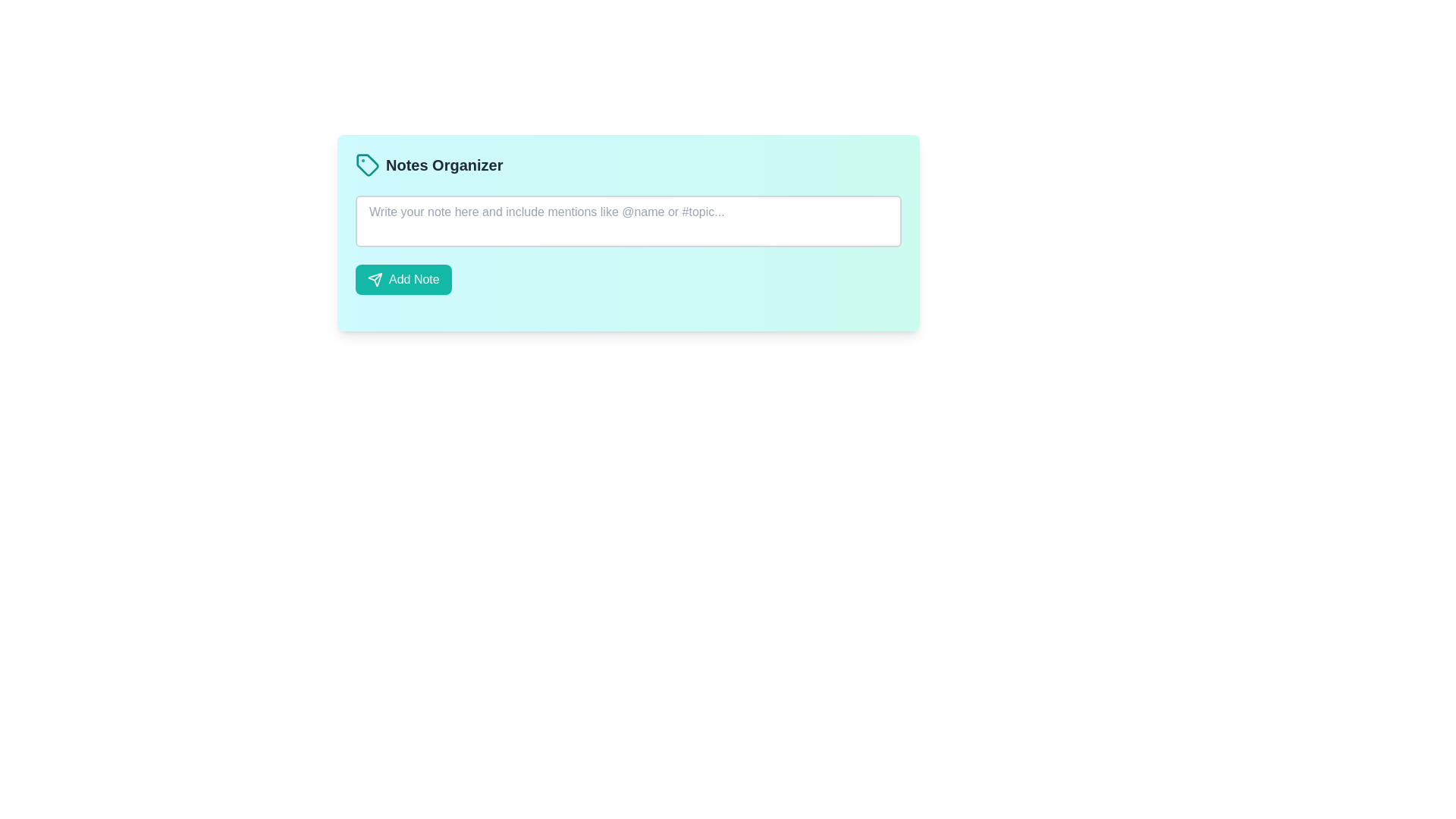  I want to click on the teal paper airplane icon located inside the 'Add Note' button, positioned below the text input field in the 'Notes Organizer' section, so click(375, 280).